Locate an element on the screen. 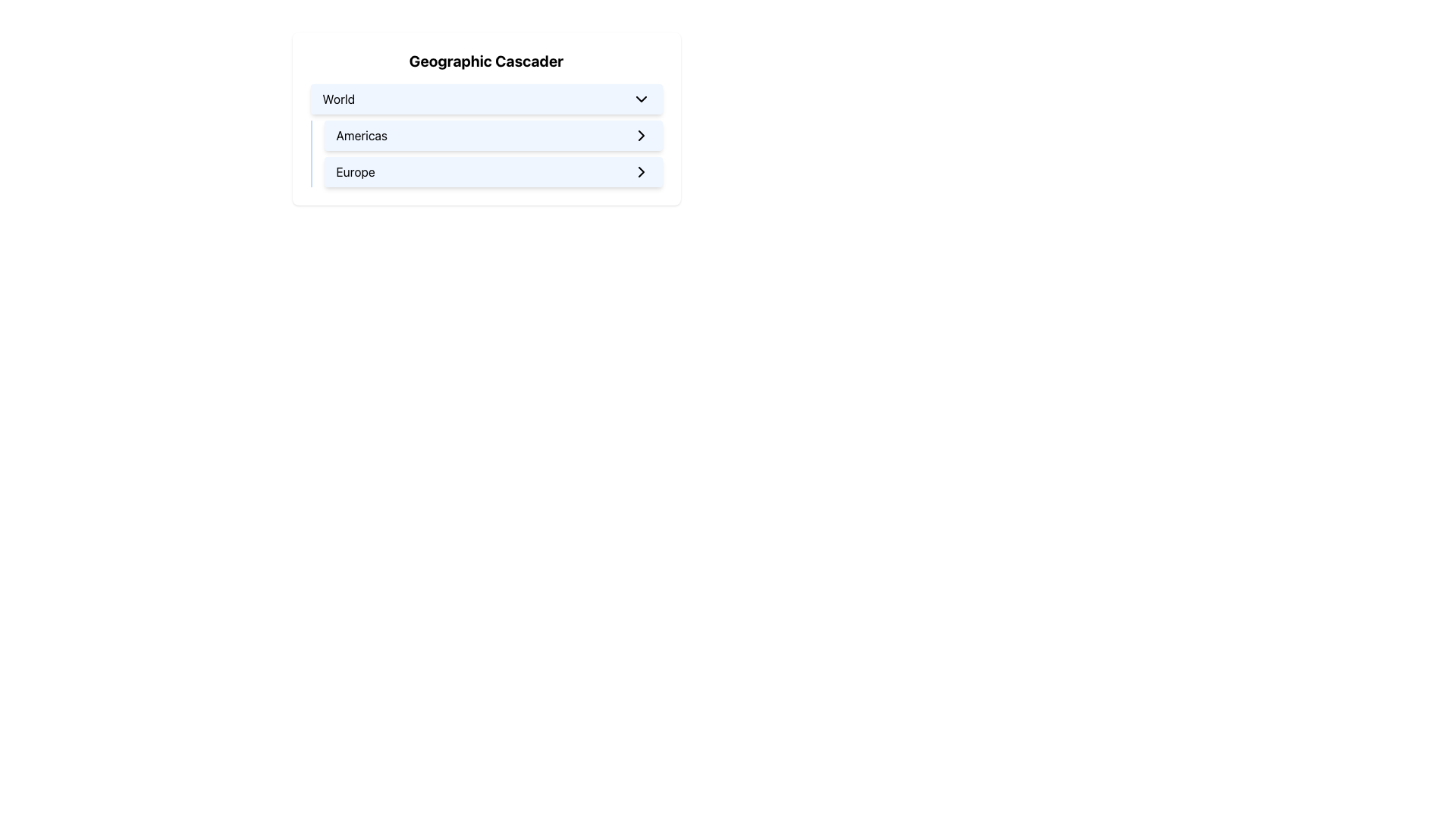 The image size is (1456, 819). the text label displaying 'Europe', which is styled with a bold font and positioned within a light blue rounded rectangle, located below the label 'Americas' is located at coordinates (355, 171).